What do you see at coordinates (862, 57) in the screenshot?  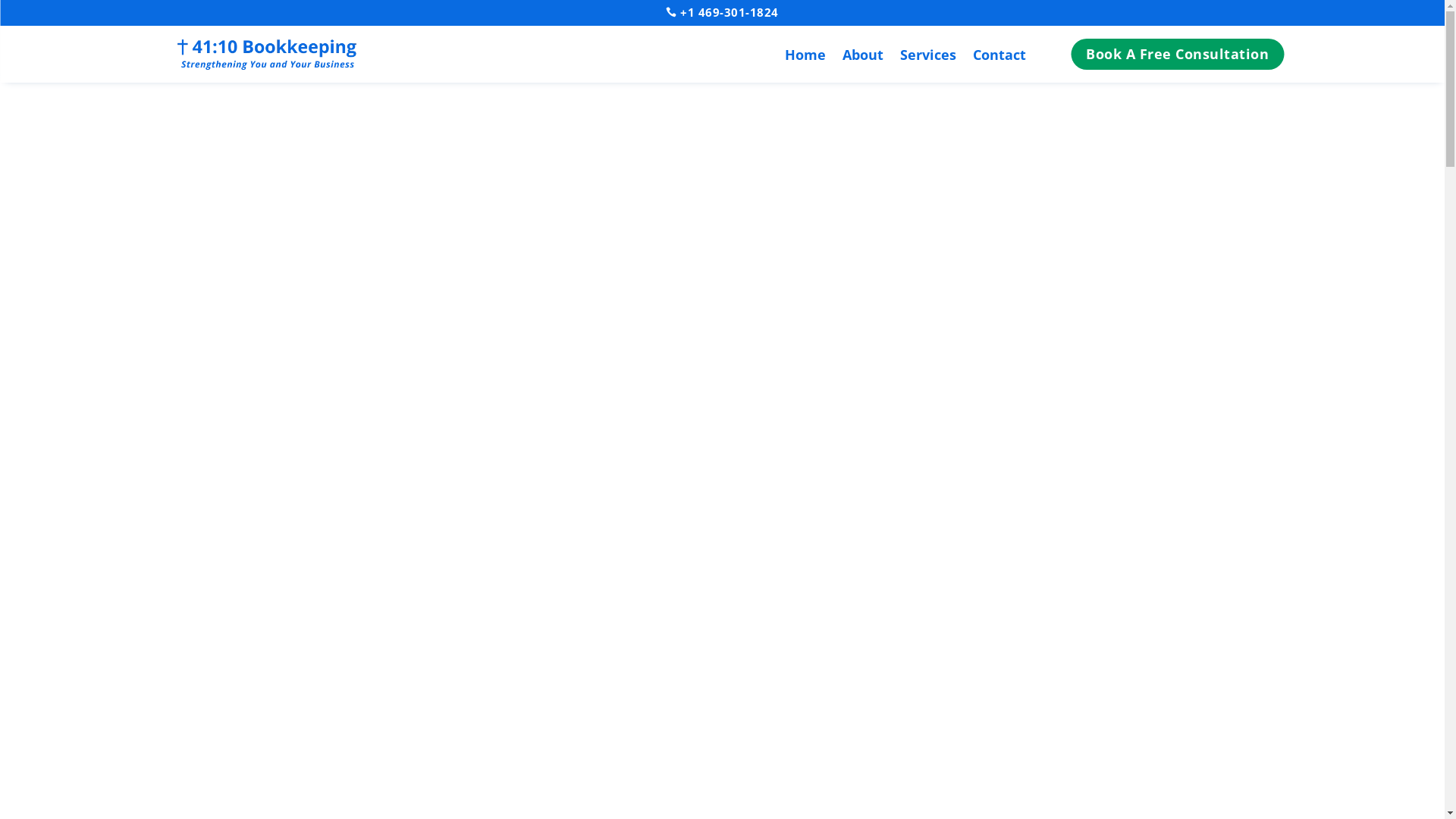 I see `'About'` at bounding box center [862, 57].